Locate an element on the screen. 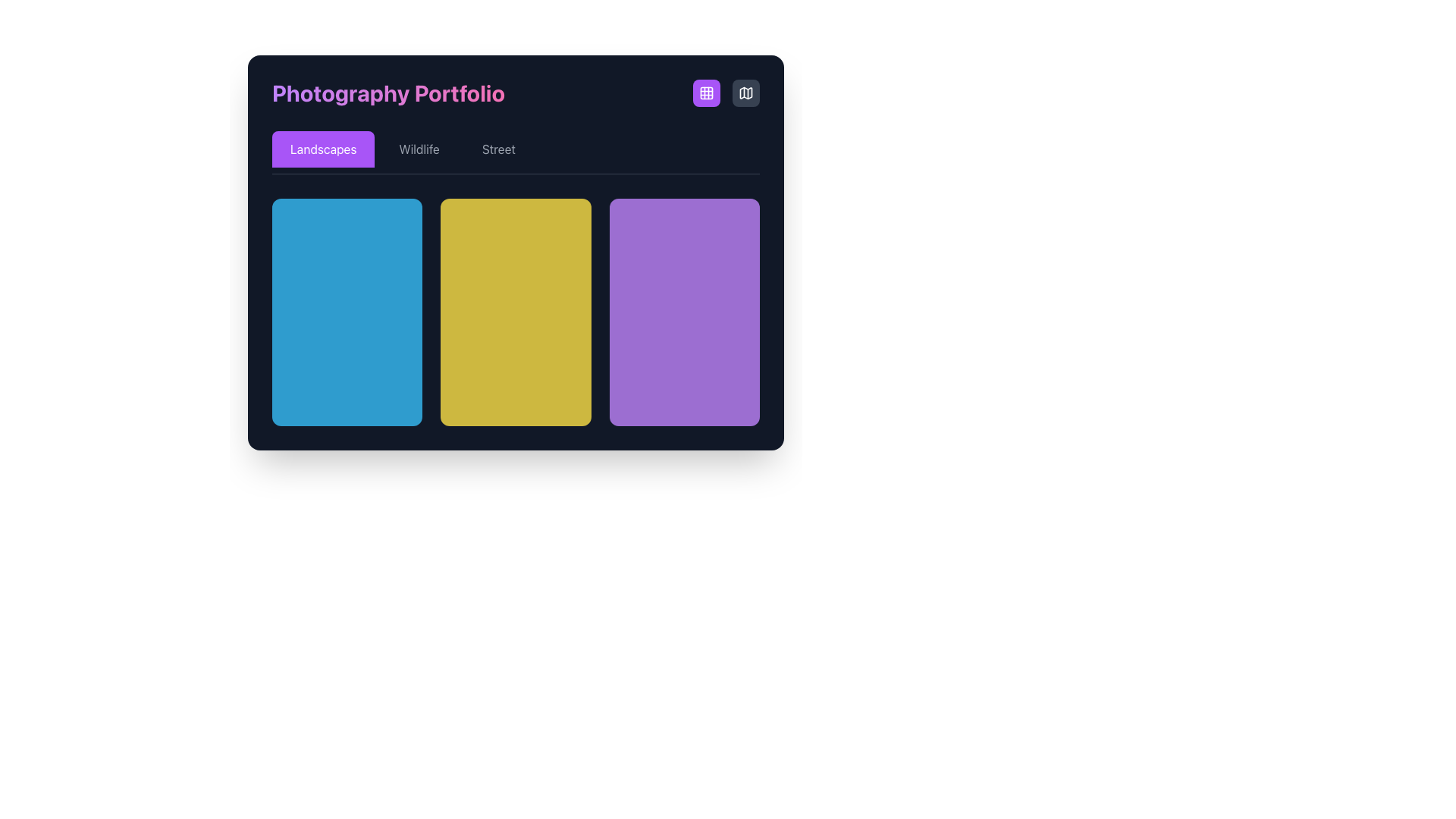  the decorative rectangle component within the grid icon located at the top-right corner of the interface, adjacent to the map toggle icon is located at coordinates (705, 93).